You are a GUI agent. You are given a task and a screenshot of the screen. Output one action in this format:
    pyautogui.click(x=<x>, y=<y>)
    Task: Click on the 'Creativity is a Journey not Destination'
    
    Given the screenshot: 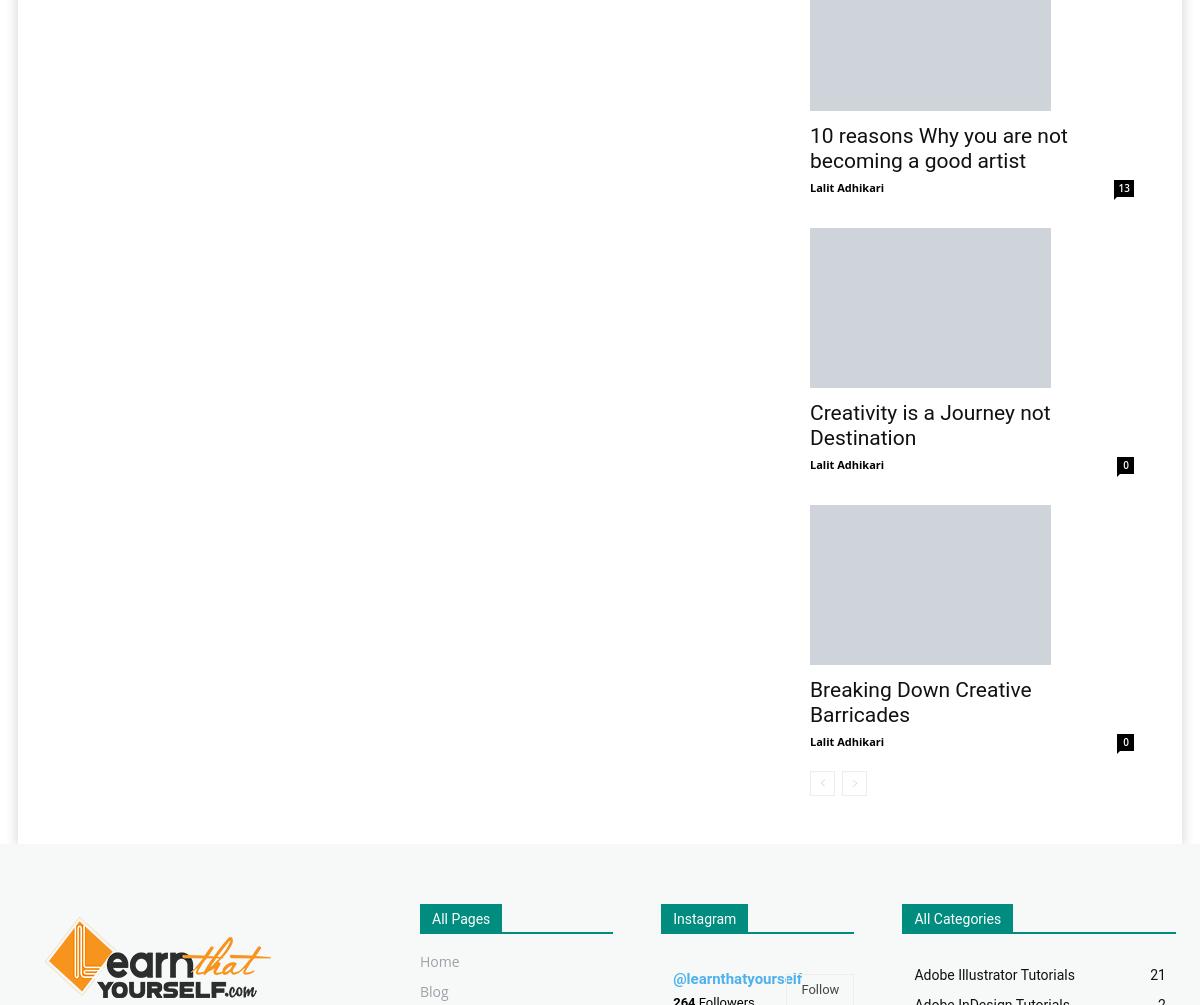 What is the action you would take?
    pyautogui.click(x=930, y=425)
    